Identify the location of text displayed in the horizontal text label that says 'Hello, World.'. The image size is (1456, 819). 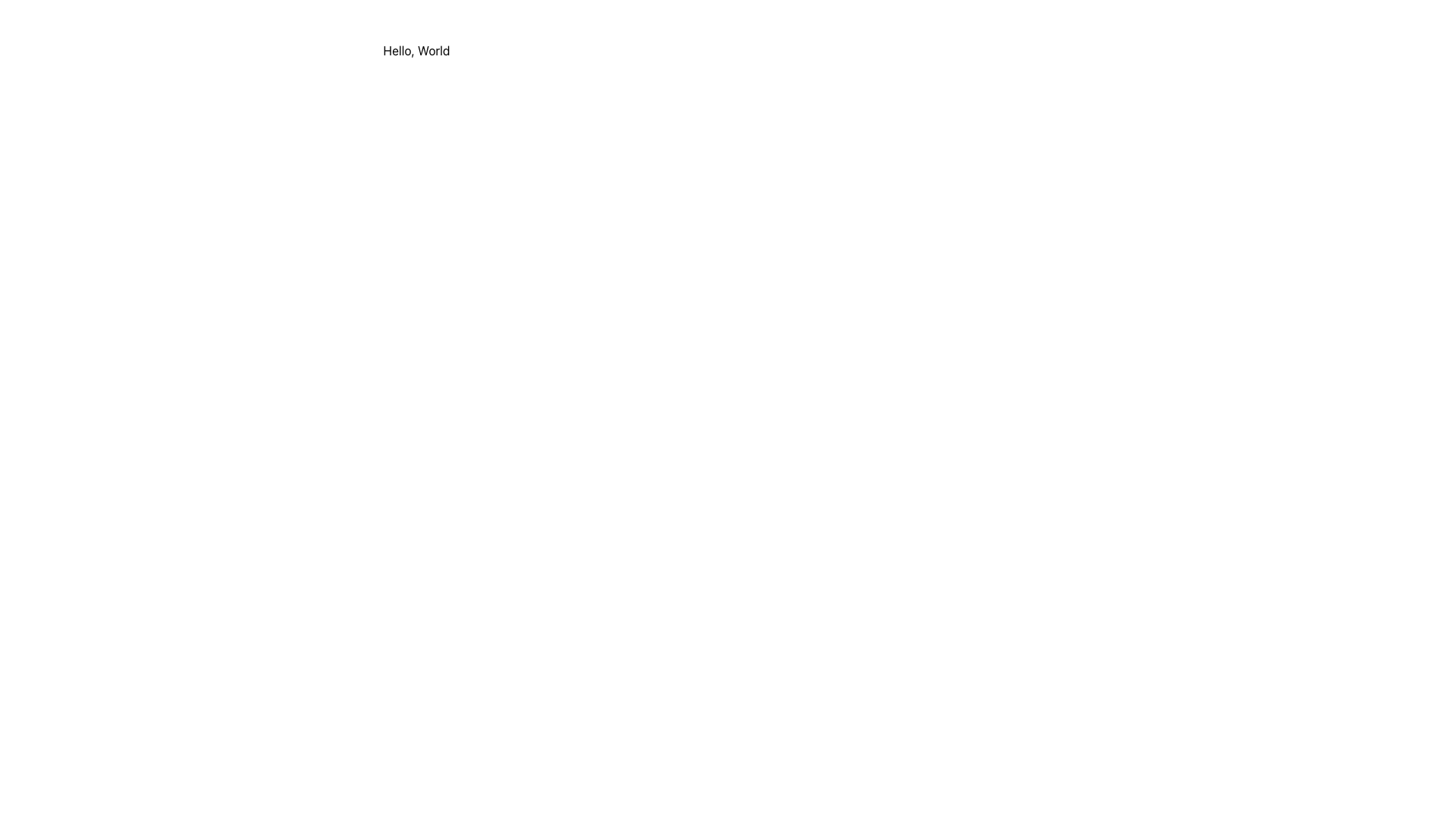
(416, 49).